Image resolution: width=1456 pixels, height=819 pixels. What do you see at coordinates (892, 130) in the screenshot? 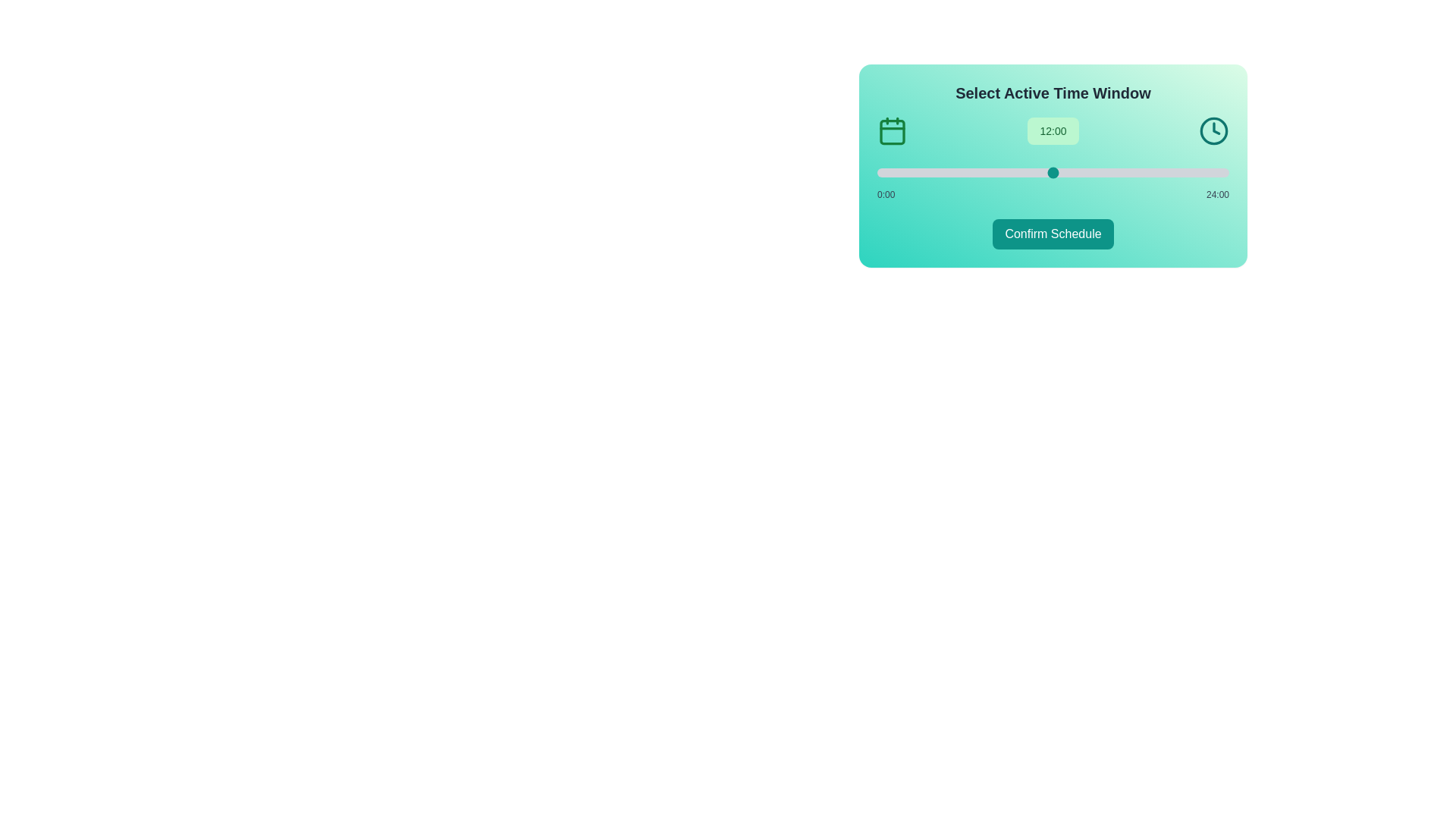
I see `the calendar icon to explore its functionality` at bounding box center [892, 130].